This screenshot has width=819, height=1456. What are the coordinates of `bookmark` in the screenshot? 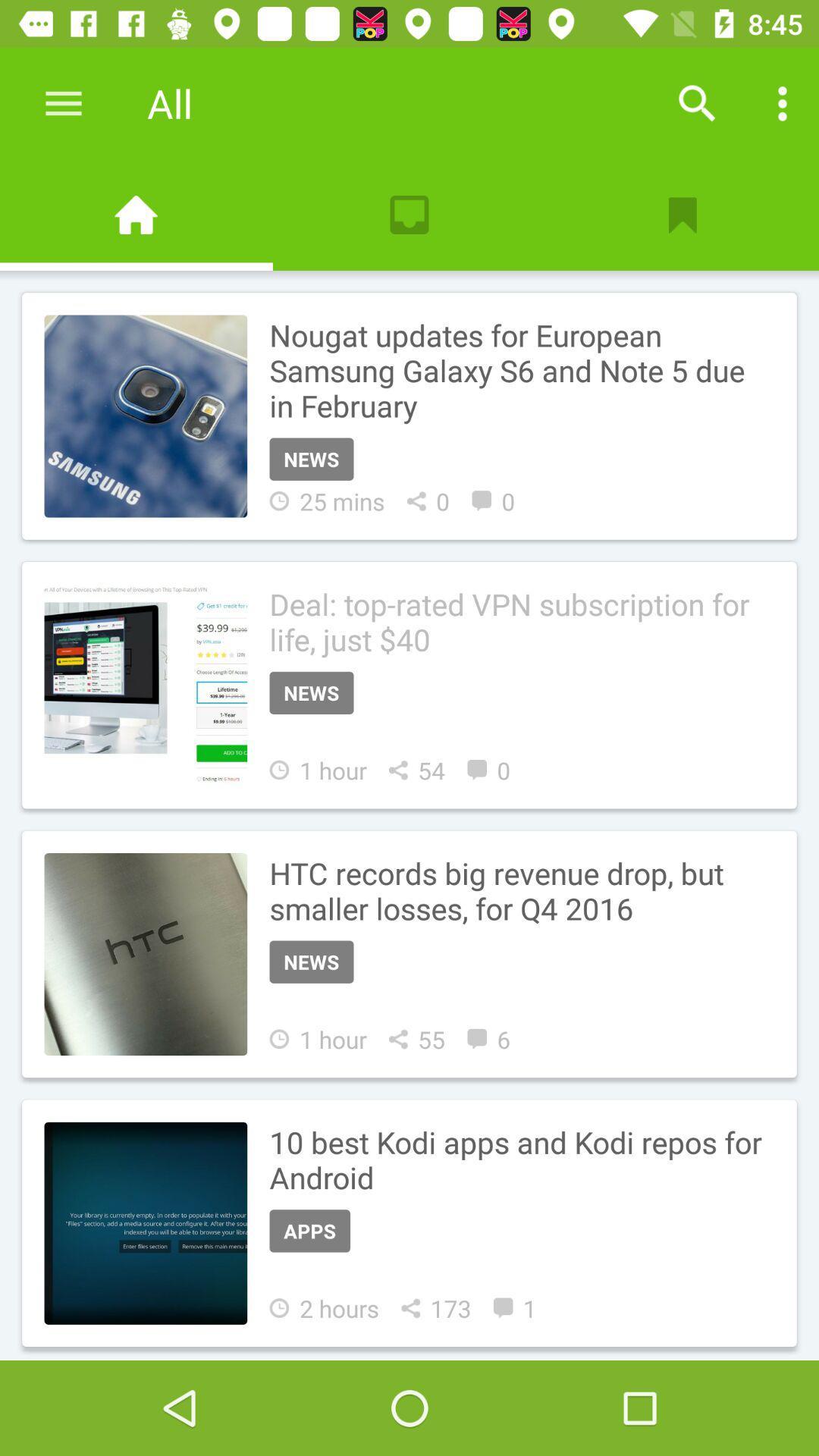 It's located at (681, 214).